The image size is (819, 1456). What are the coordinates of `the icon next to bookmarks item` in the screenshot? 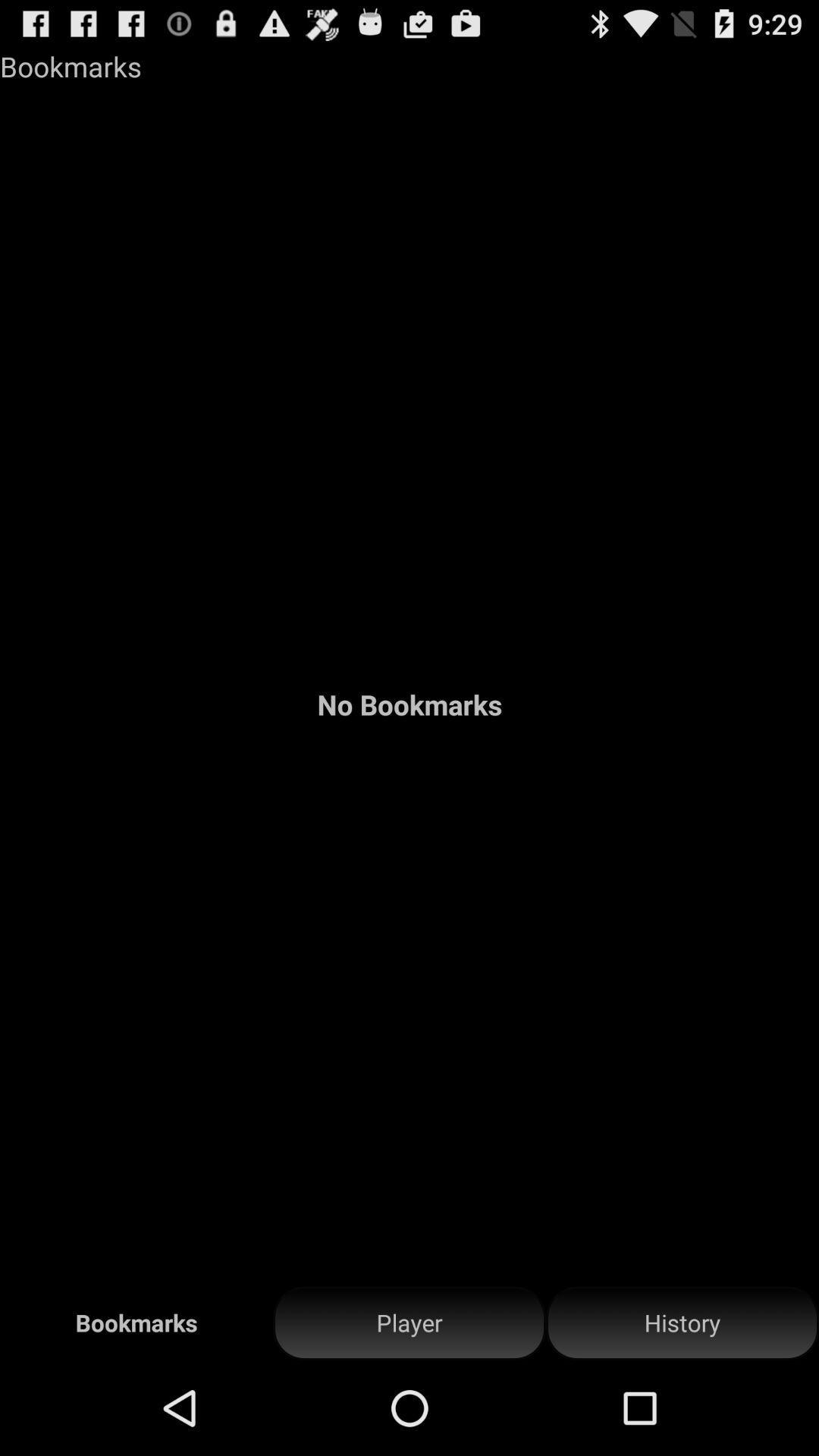 It's located at (409, 1323).